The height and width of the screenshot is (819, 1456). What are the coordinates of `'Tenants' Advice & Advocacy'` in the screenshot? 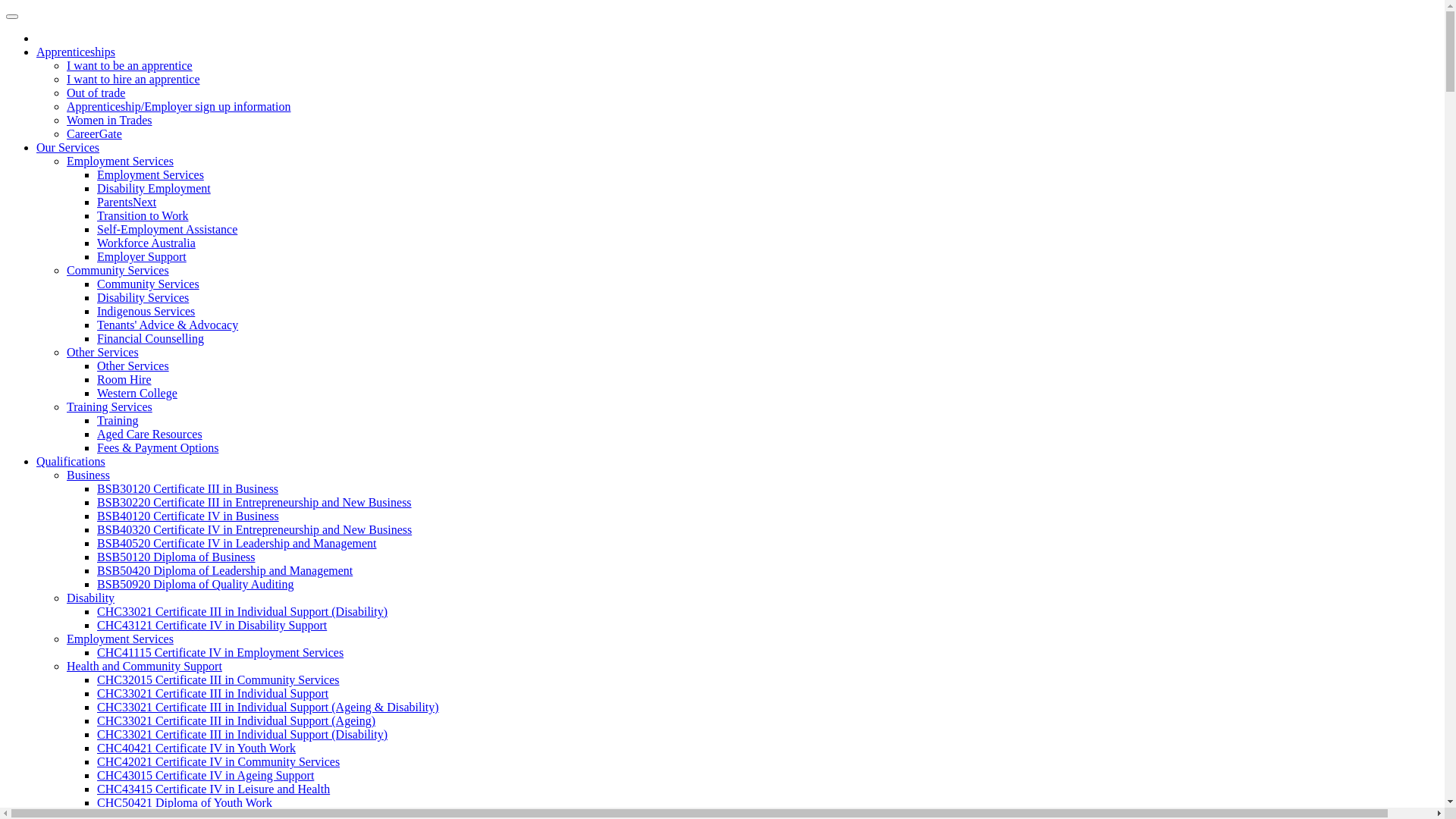 It's located at (167, 324).